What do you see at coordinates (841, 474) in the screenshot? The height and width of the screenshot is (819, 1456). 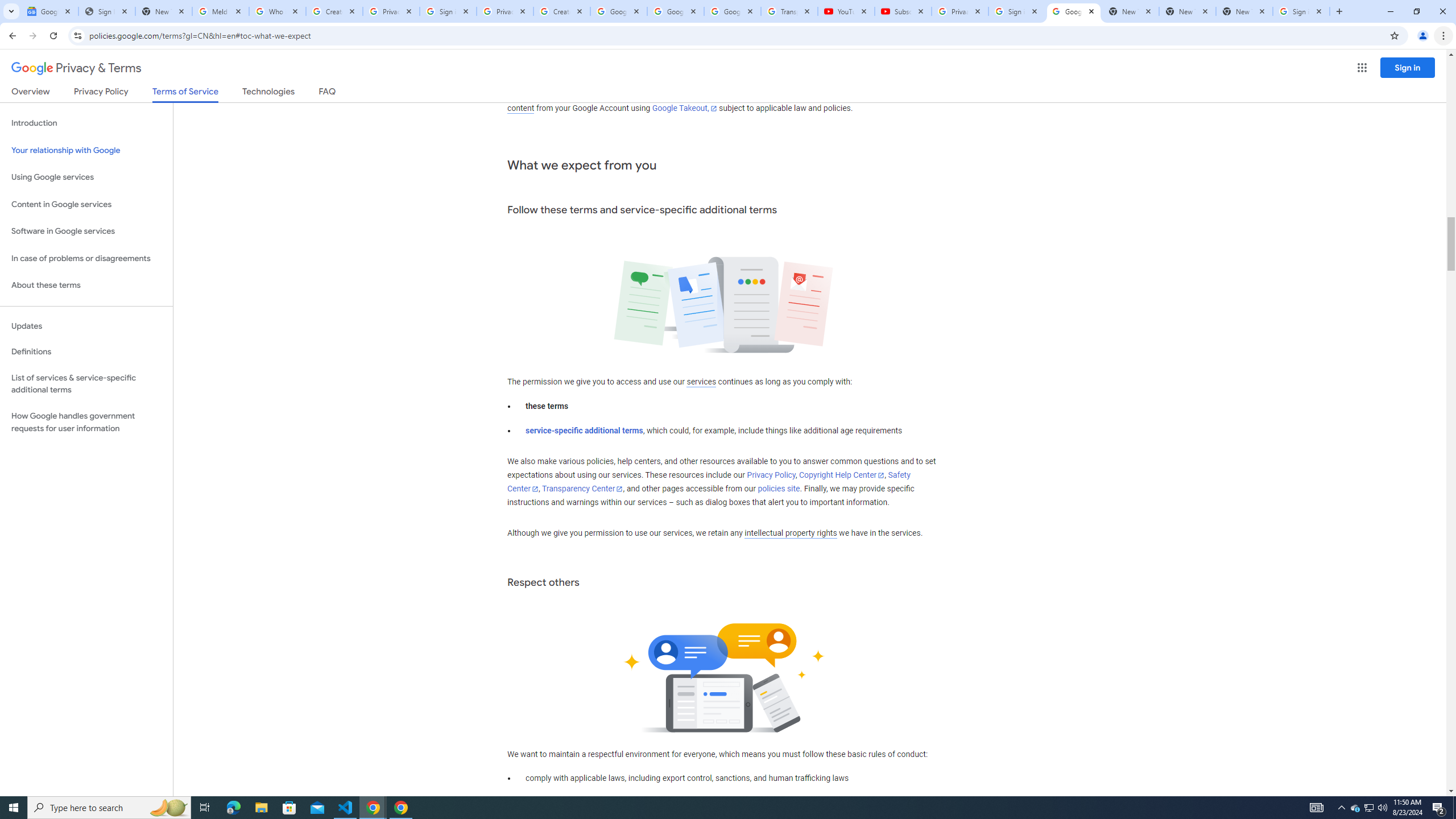 I see `'Copyright Help Center'` at bounding box center [841, 474].